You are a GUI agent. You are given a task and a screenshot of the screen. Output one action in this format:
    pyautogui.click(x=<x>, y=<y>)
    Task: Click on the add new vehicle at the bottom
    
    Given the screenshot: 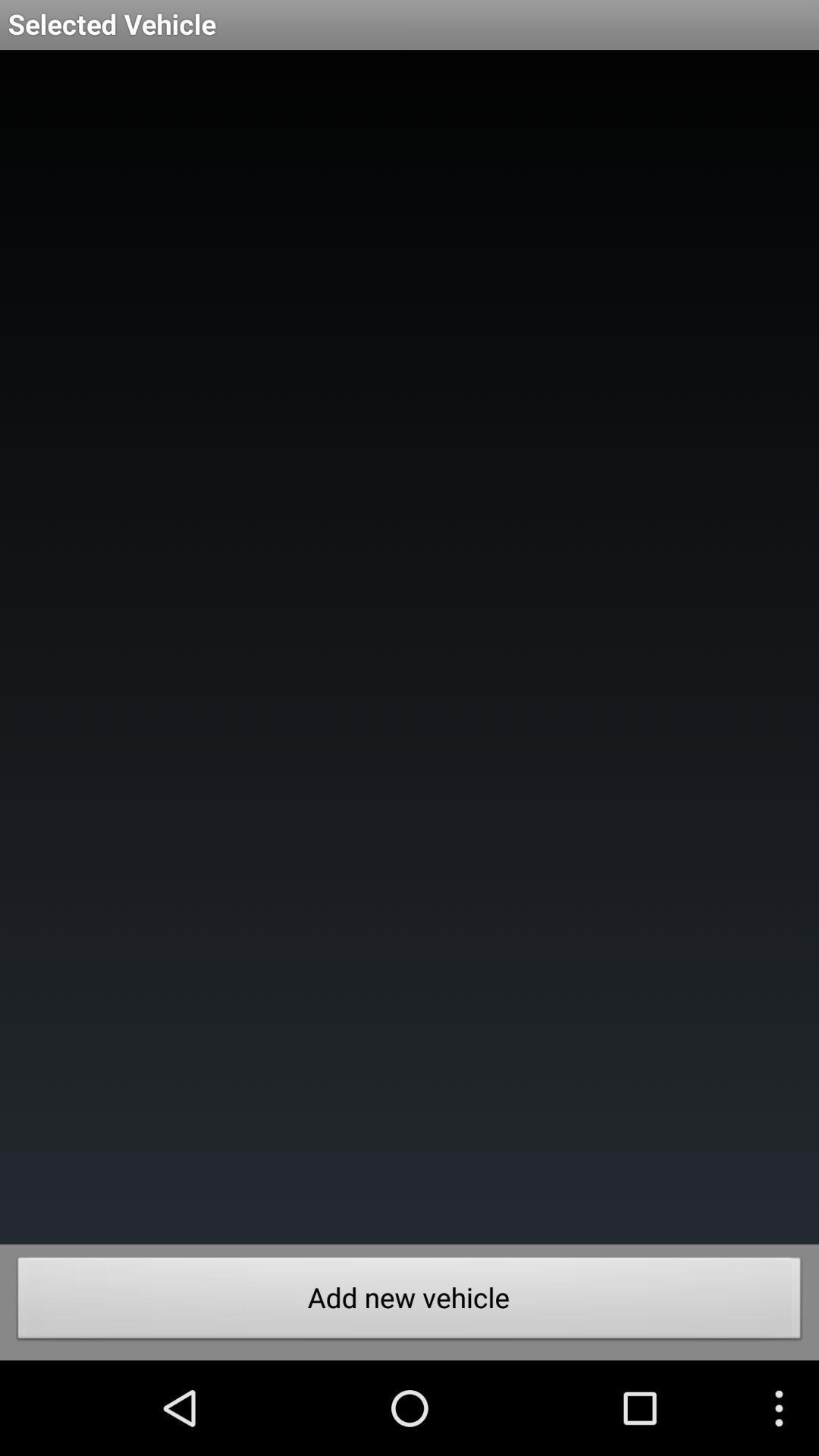 What is the action you would take?
    pyautogui.click(x=409, y=1301)
    